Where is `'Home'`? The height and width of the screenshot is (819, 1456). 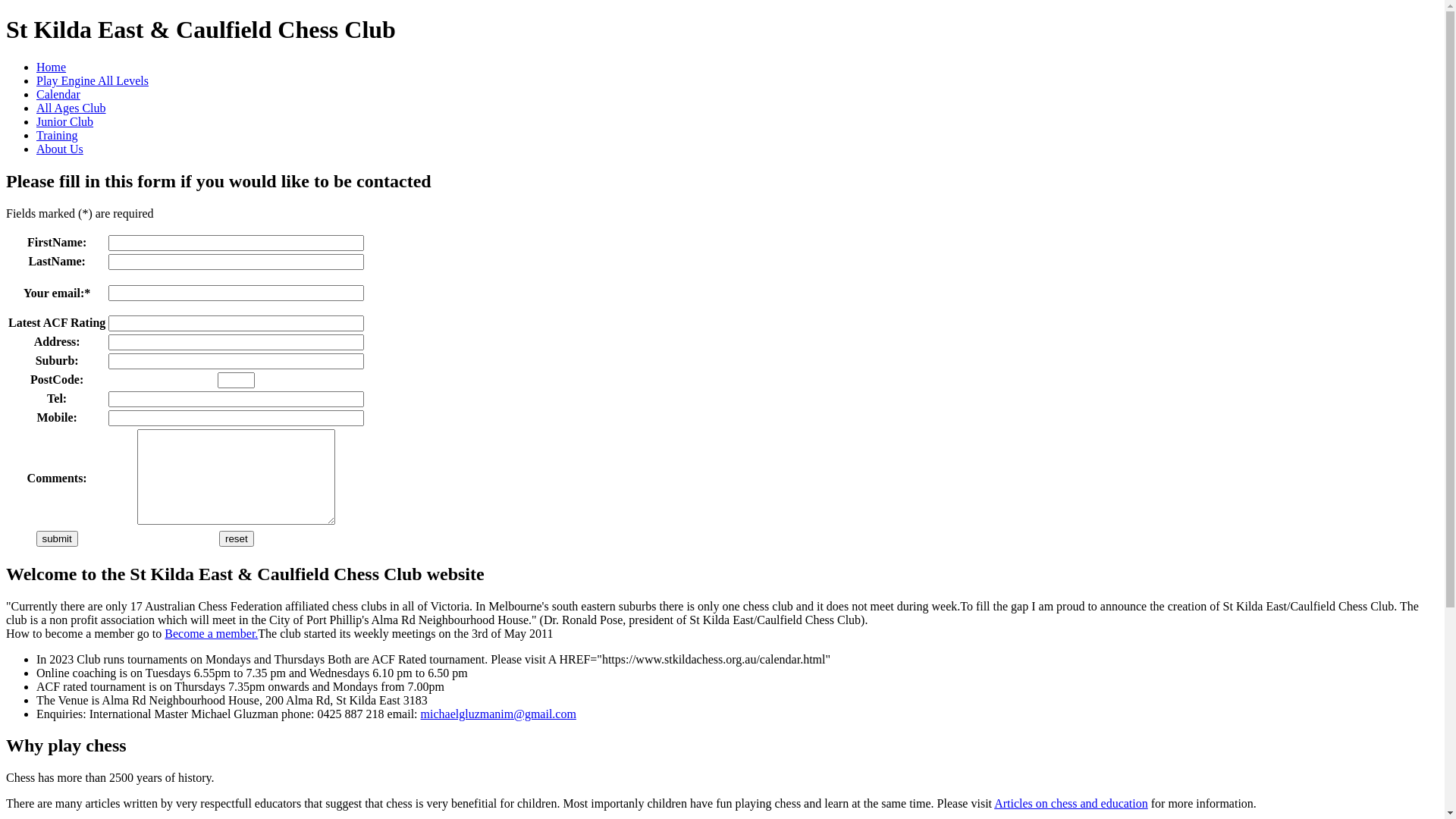
'Home' is located at coordinates (51, 66).